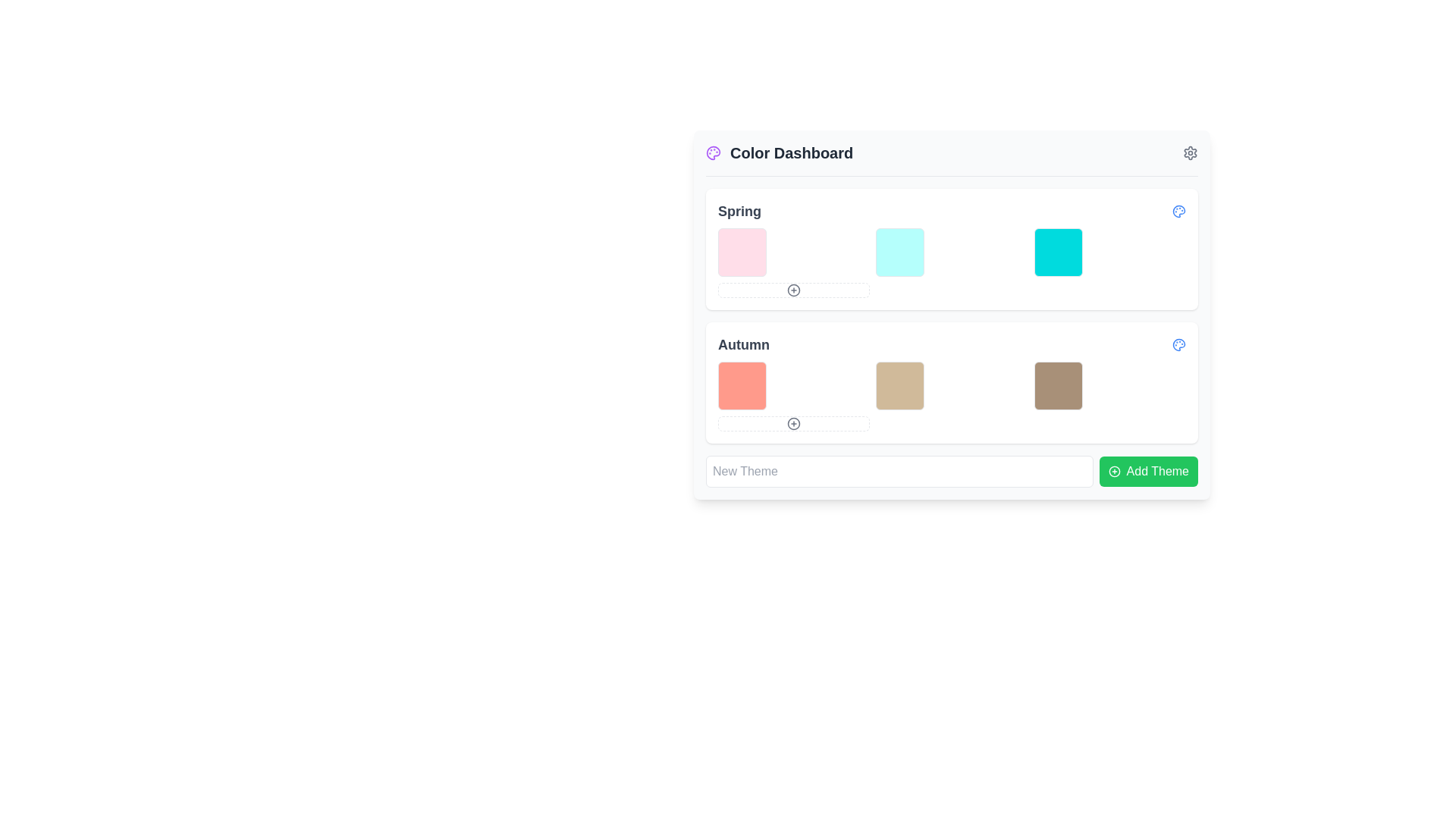  What do you see at coordinates (791, 152) in the screenshot?
I see `text label displaying 'Color Dashboard' in bold, extra-large font located at the top of the interface` at bounding box center [791, 152].